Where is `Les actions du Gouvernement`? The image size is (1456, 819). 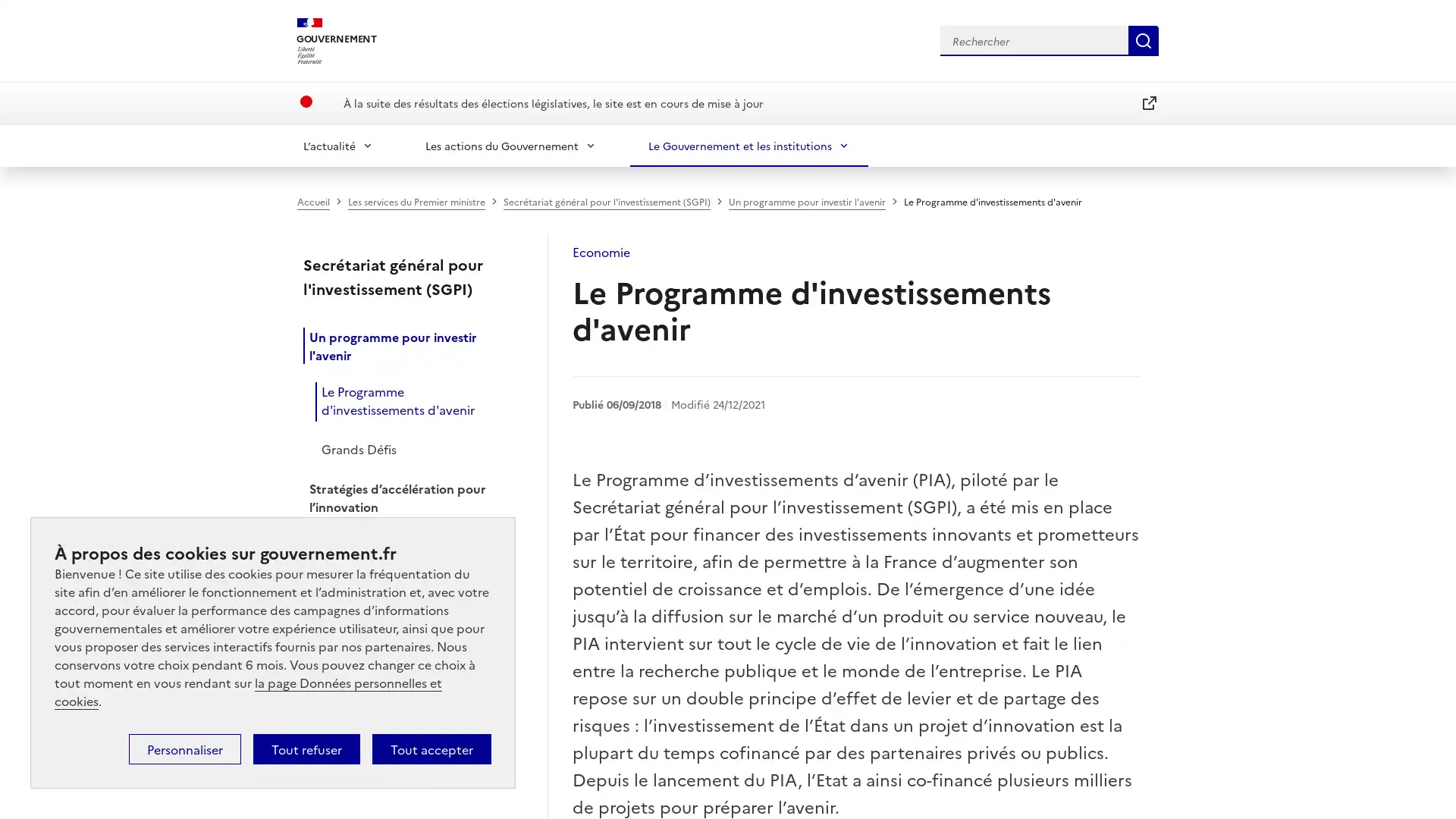
Les actions du Gouvernement is located at coordinates (510, 145).